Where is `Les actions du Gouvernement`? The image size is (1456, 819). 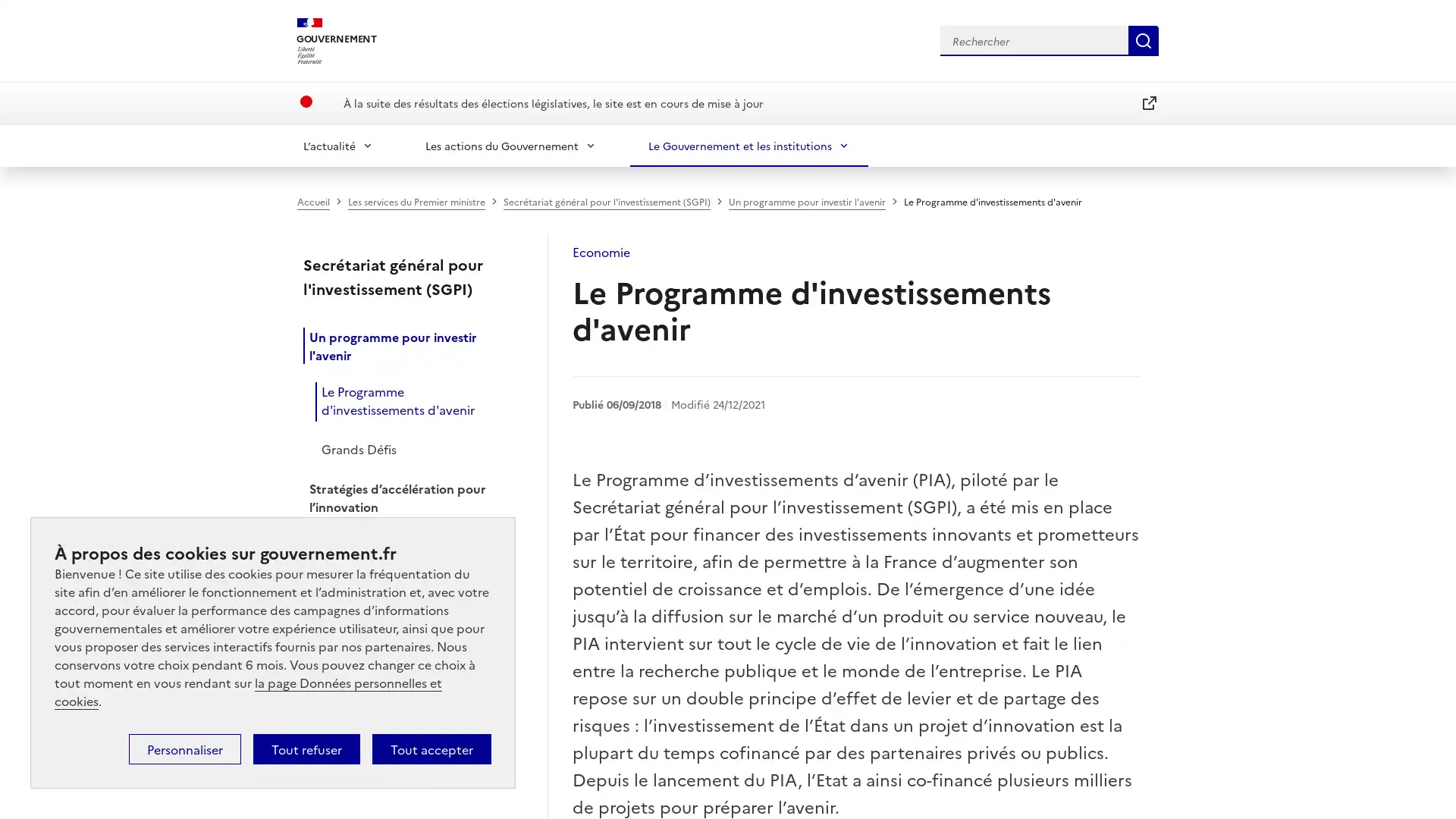
Les actions du Gouvernement is located at coordinates (510, 145).